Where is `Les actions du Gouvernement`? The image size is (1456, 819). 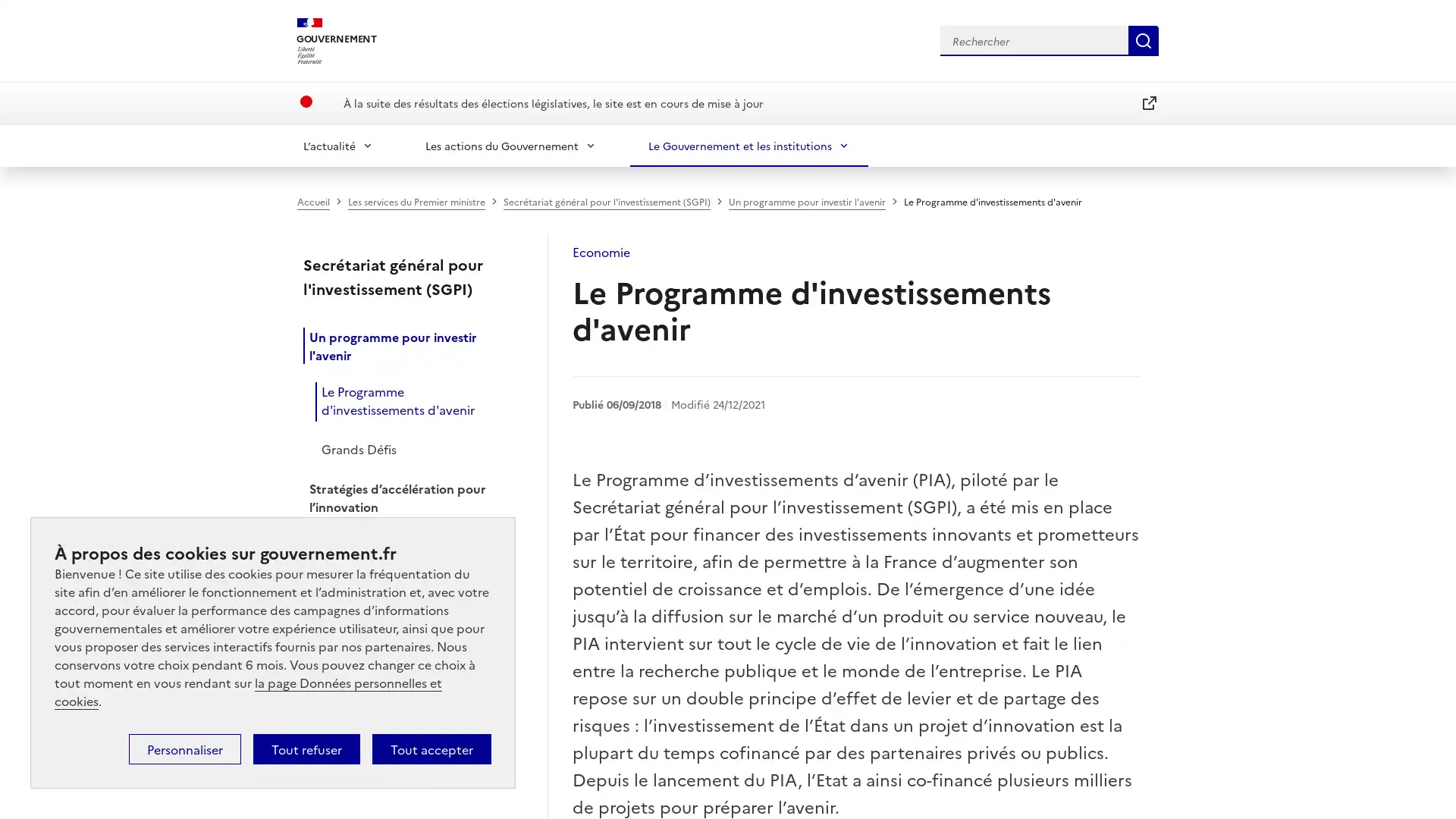
Les actions du Gouvernement is located at coordinates (510, 145).